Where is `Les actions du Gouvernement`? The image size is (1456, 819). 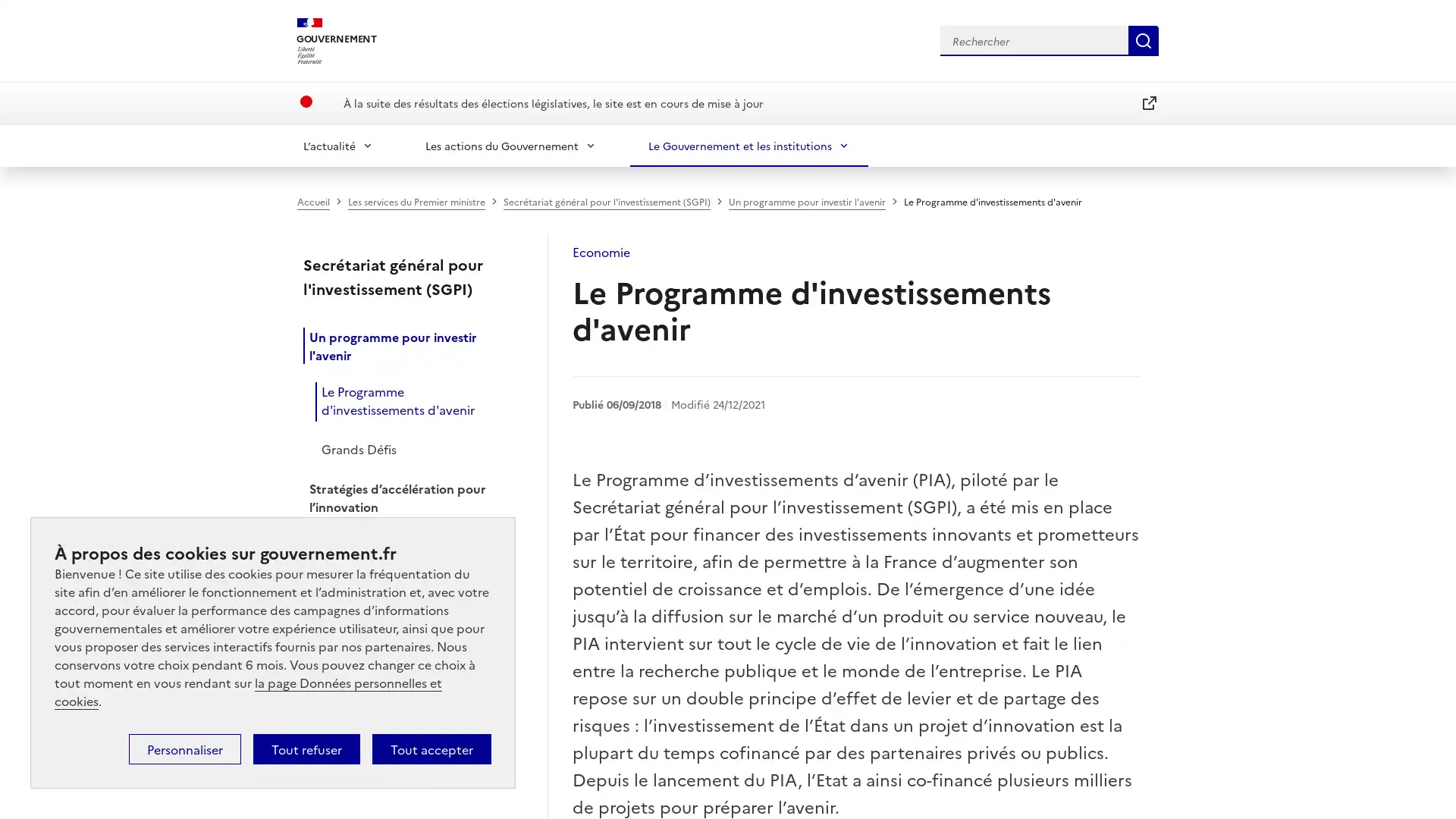
Les actions du Gouvernement is located at coordinates (510, 145).